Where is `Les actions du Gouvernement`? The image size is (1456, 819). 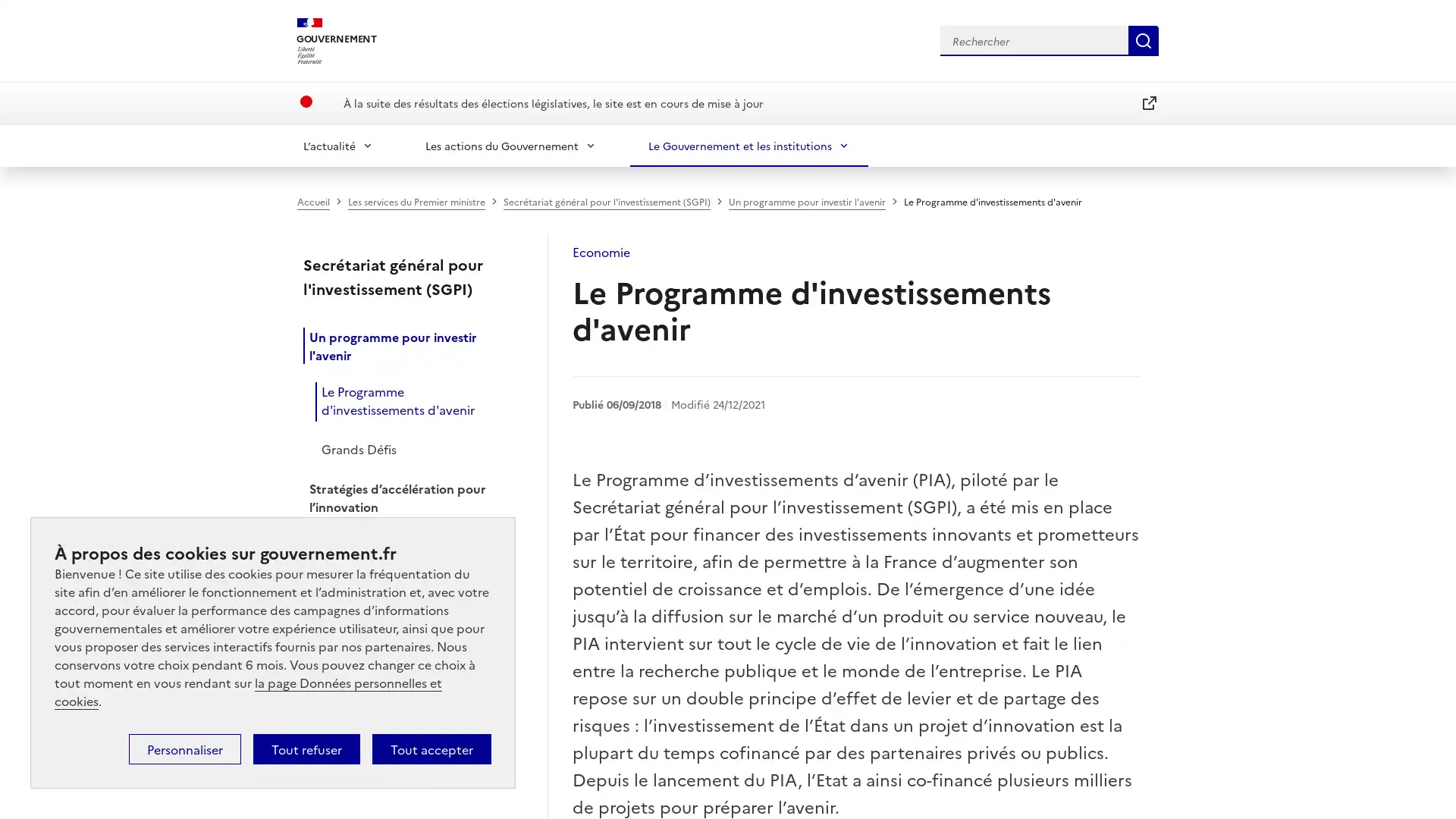
Les actions du Gouvernement is located at coordinates (510, 145).